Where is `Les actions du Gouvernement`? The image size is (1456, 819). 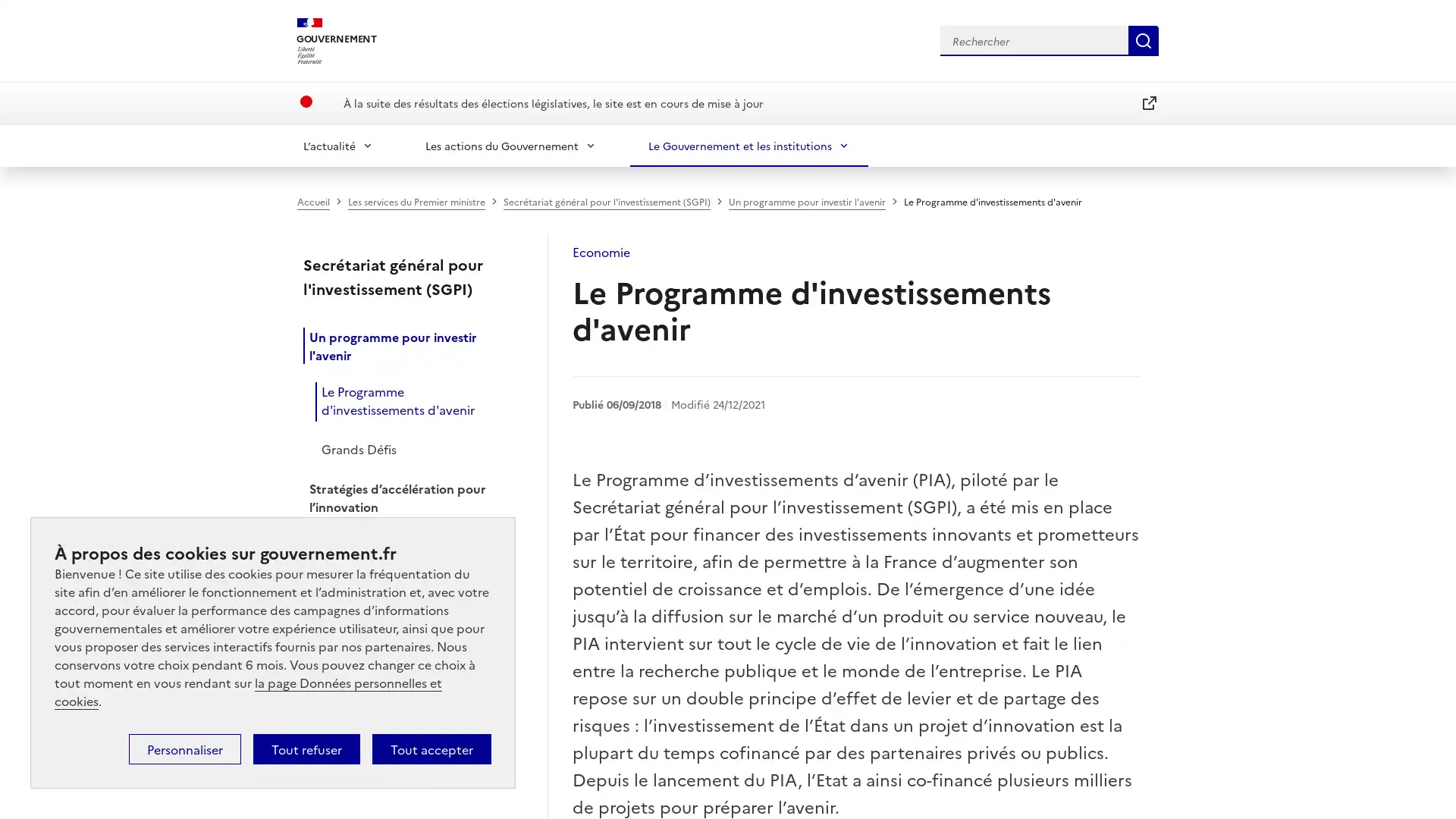
Les actions du Gouvernement is located at coordinates (510, 145).